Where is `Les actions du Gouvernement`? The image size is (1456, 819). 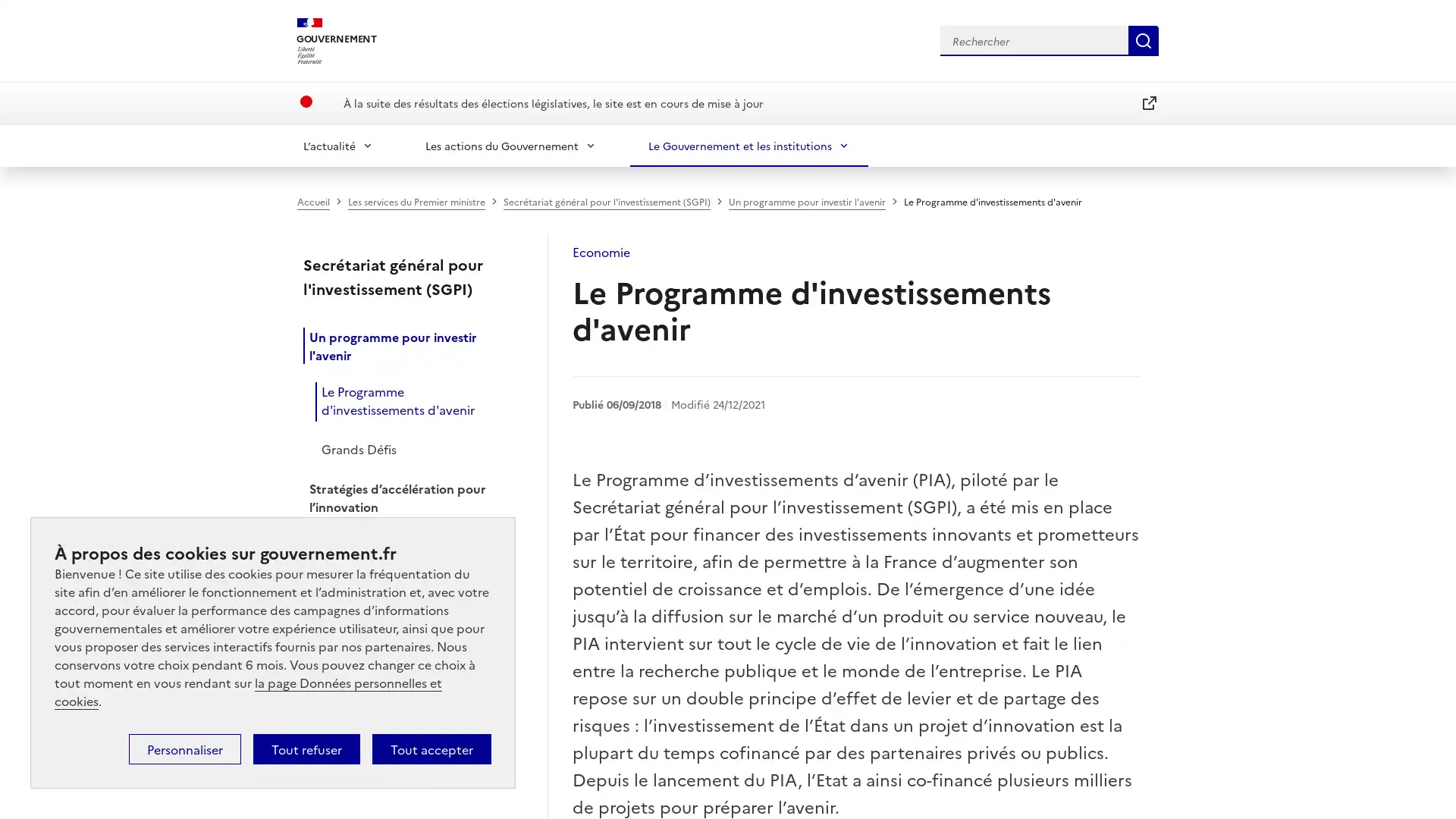
Les actions du Gouvernement is located at coordinates (510, 145).